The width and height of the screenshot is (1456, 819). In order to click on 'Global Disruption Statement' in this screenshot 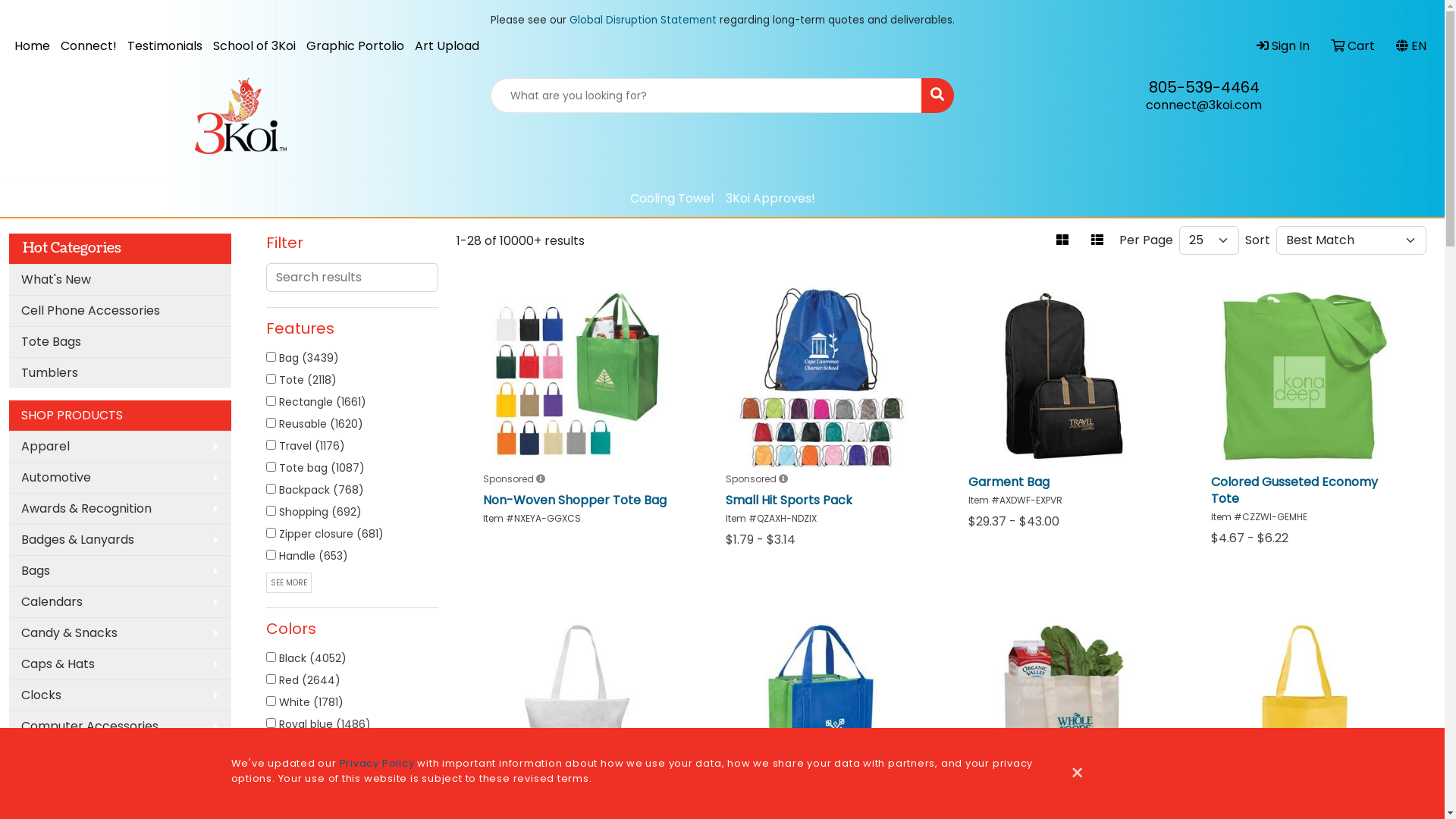, I will do `click(642, 20)`.